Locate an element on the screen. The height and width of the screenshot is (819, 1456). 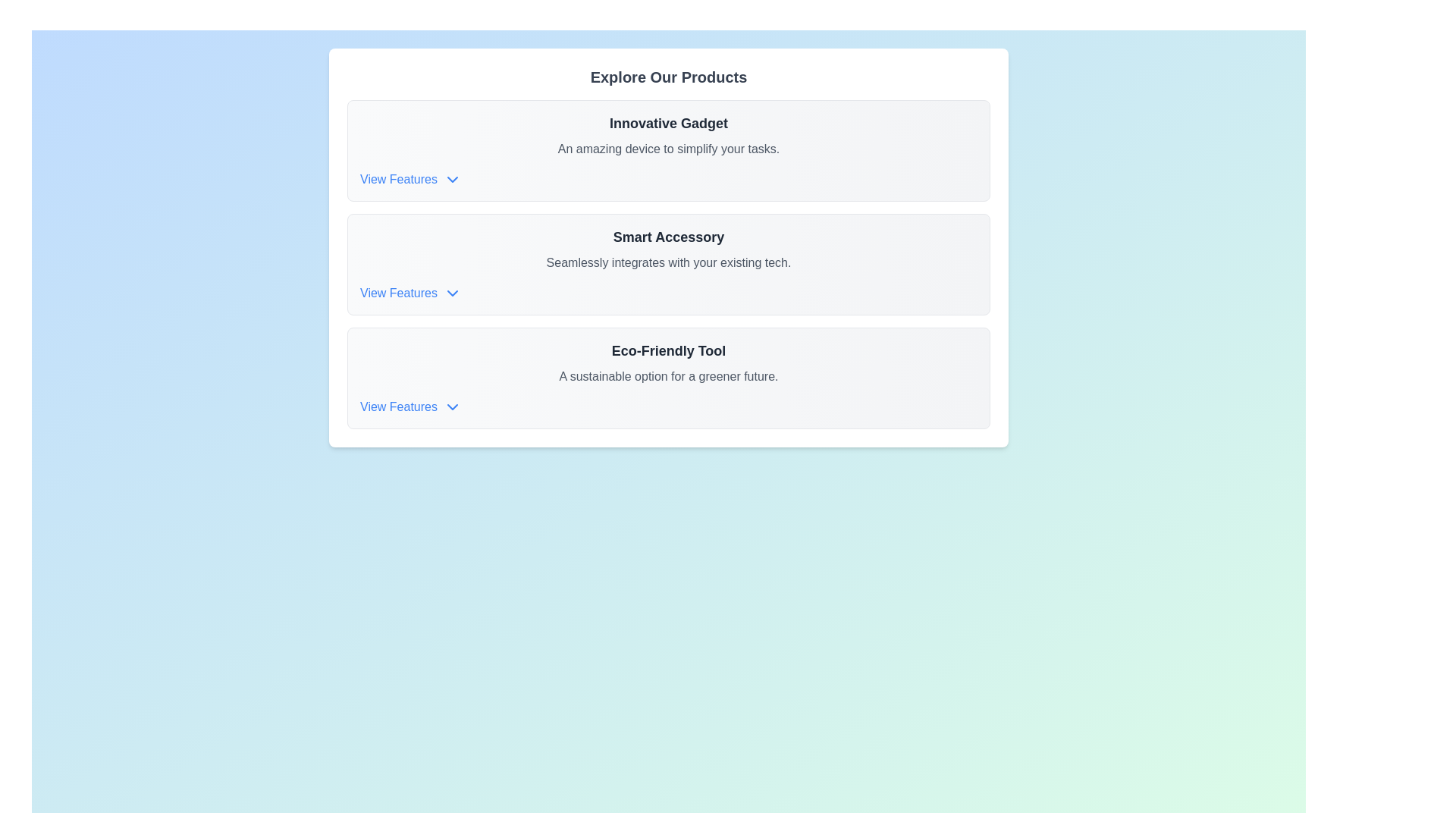
the downward-pointing chevron icon located next to the 'View Features' text in the 'Smart Accessory' section, indicating expandable content is located at coordinates (451, 293).